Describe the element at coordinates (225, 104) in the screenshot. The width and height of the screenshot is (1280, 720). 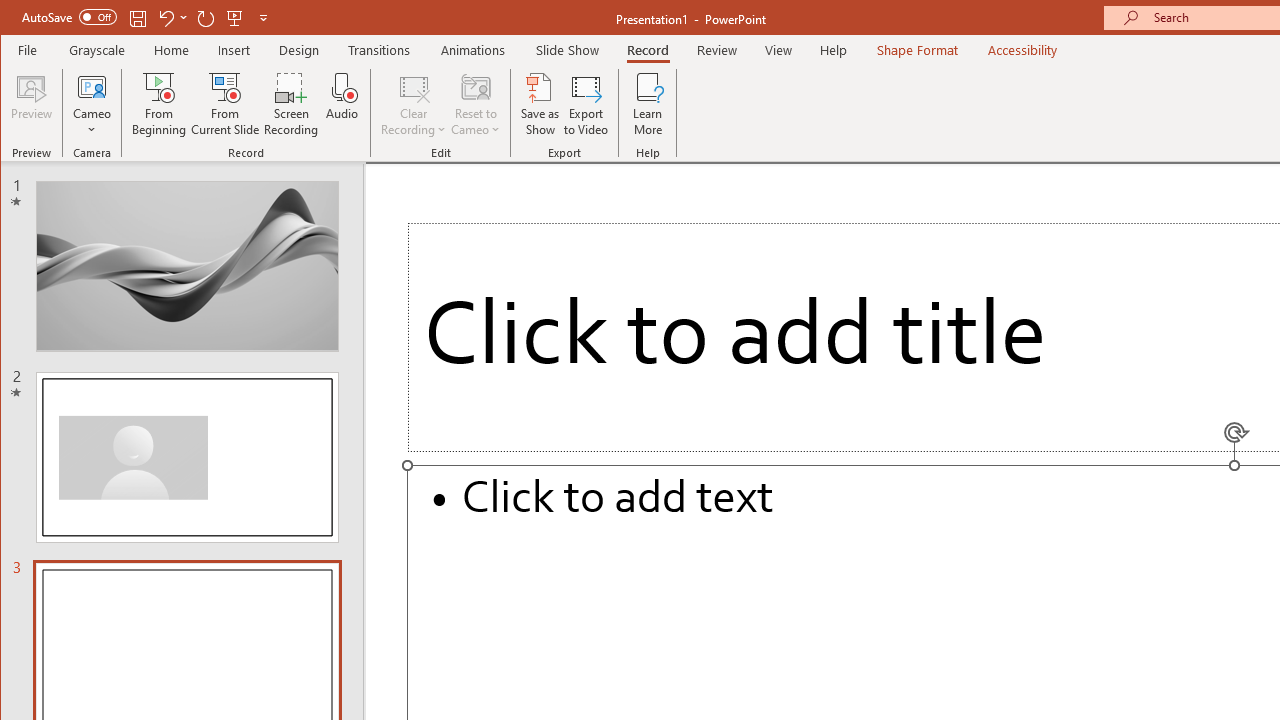
I see `'From Current Slide...'` at that location.